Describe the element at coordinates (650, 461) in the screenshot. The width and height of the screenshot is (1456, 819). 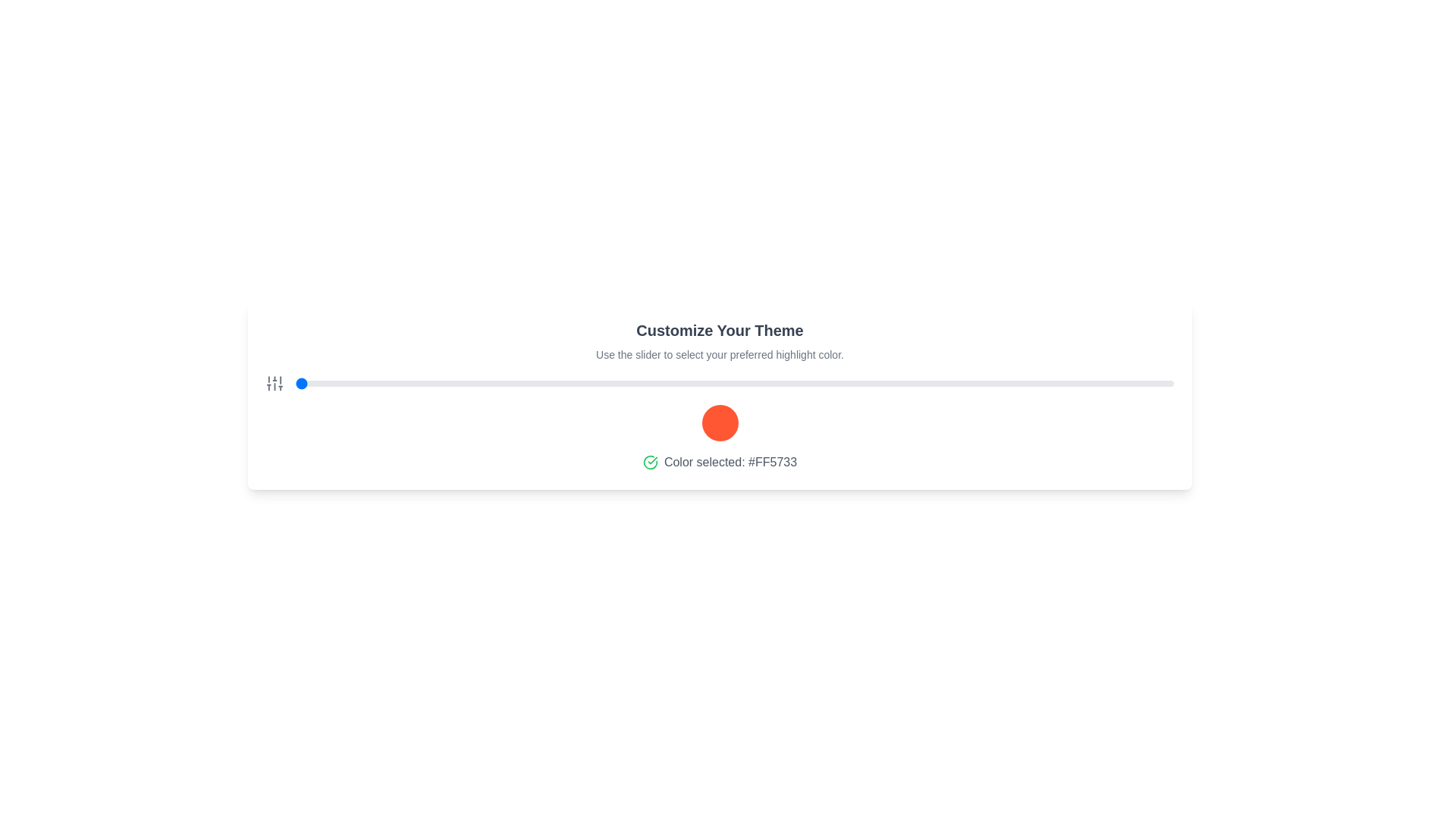
I see `the visual indicator icon to confirm the active color selection located to the left of the text 'Color selected: #FF5733'` at that location.